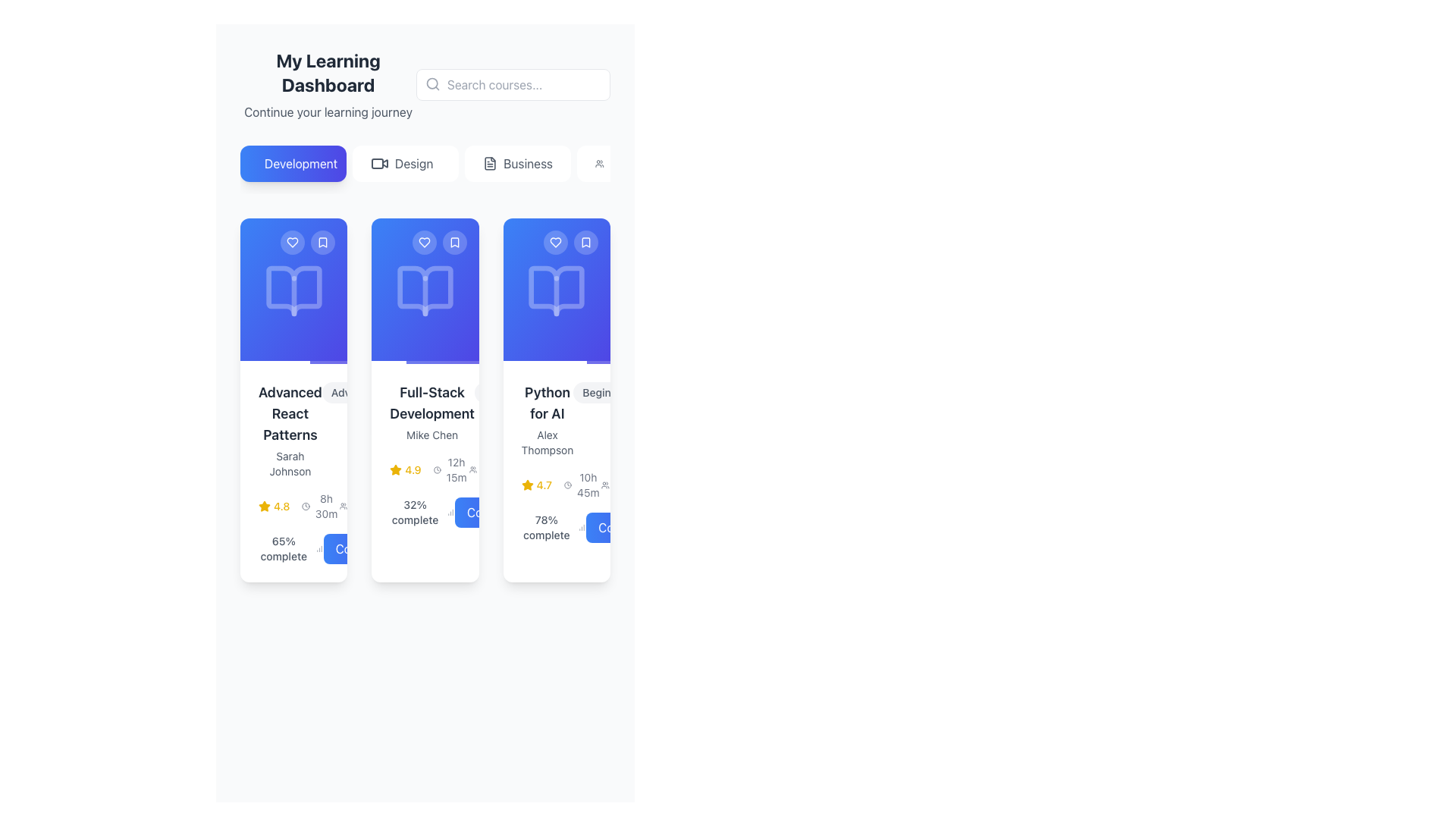 The height and width of the screenshot is (819, 1456). What do you see at coordinates (422, 512) in the screenshot?
I see `progress percentage text for the course 'Full-Stack Development' located below the course's rating and duration details in the details panel` at bounding box center [422, 512].